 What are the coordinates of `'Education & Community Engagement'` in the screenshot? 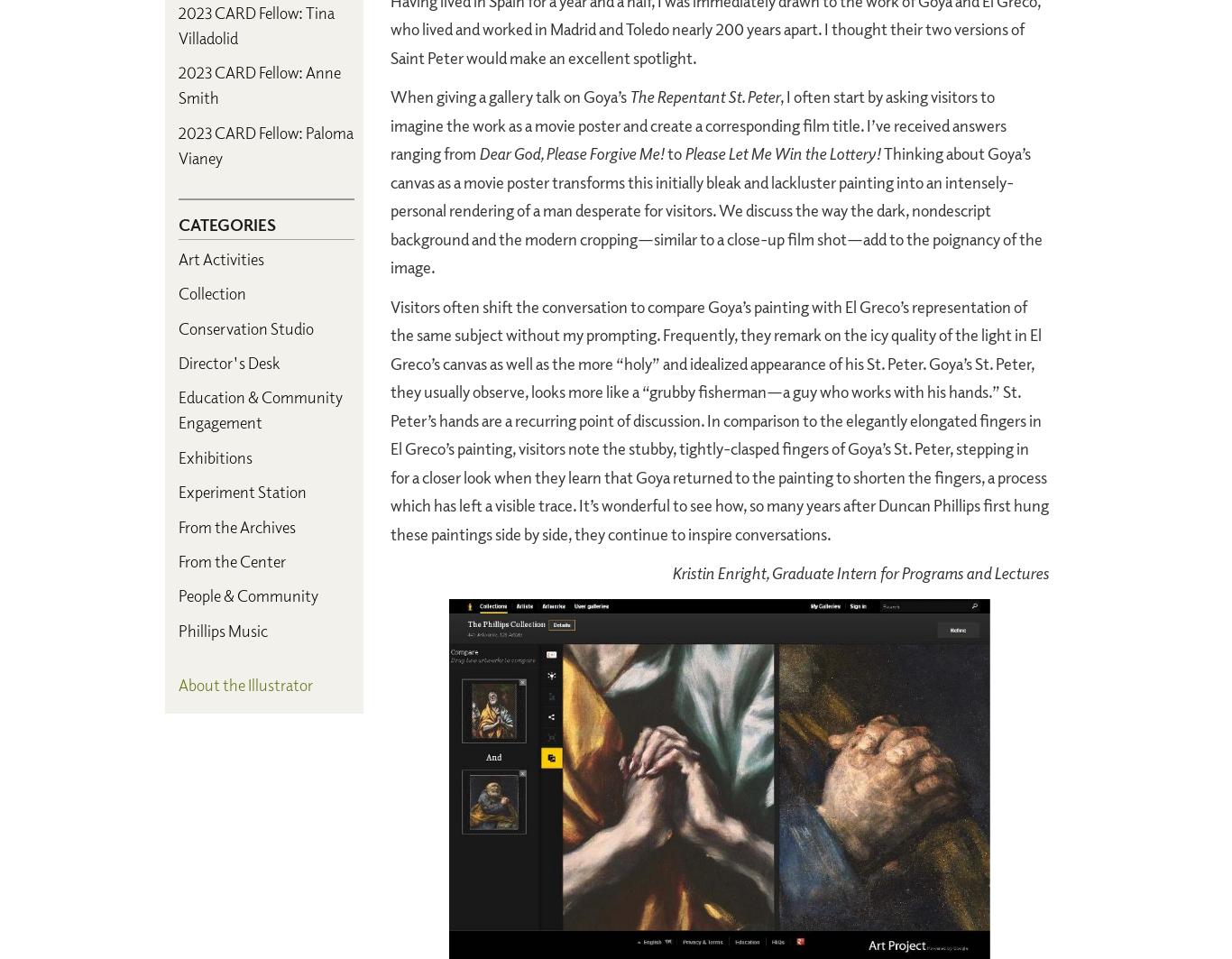 It's located at (261, 410).